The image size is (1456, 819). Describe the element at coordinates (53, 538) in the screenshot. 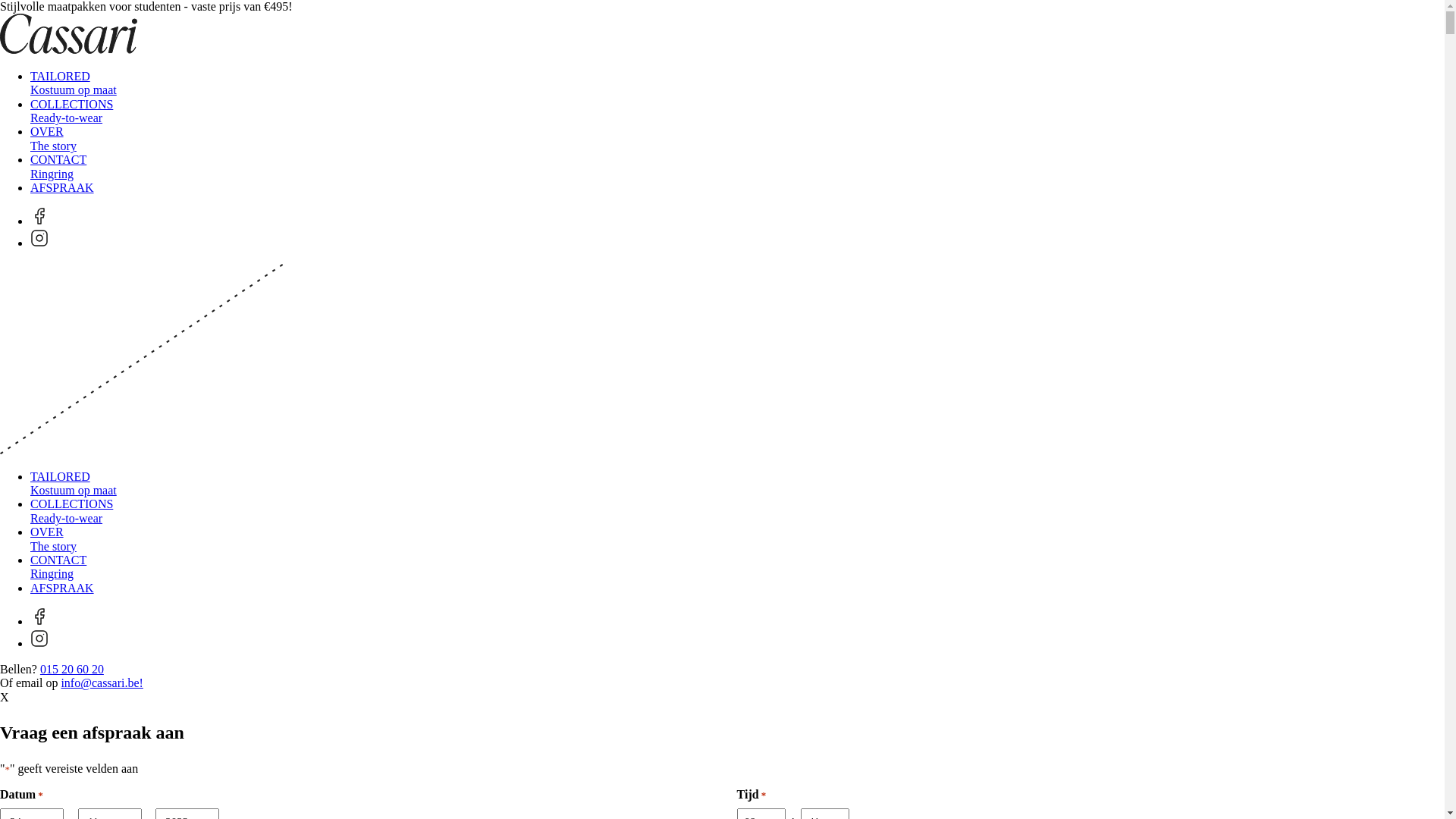

I see `'OVER` at that location.